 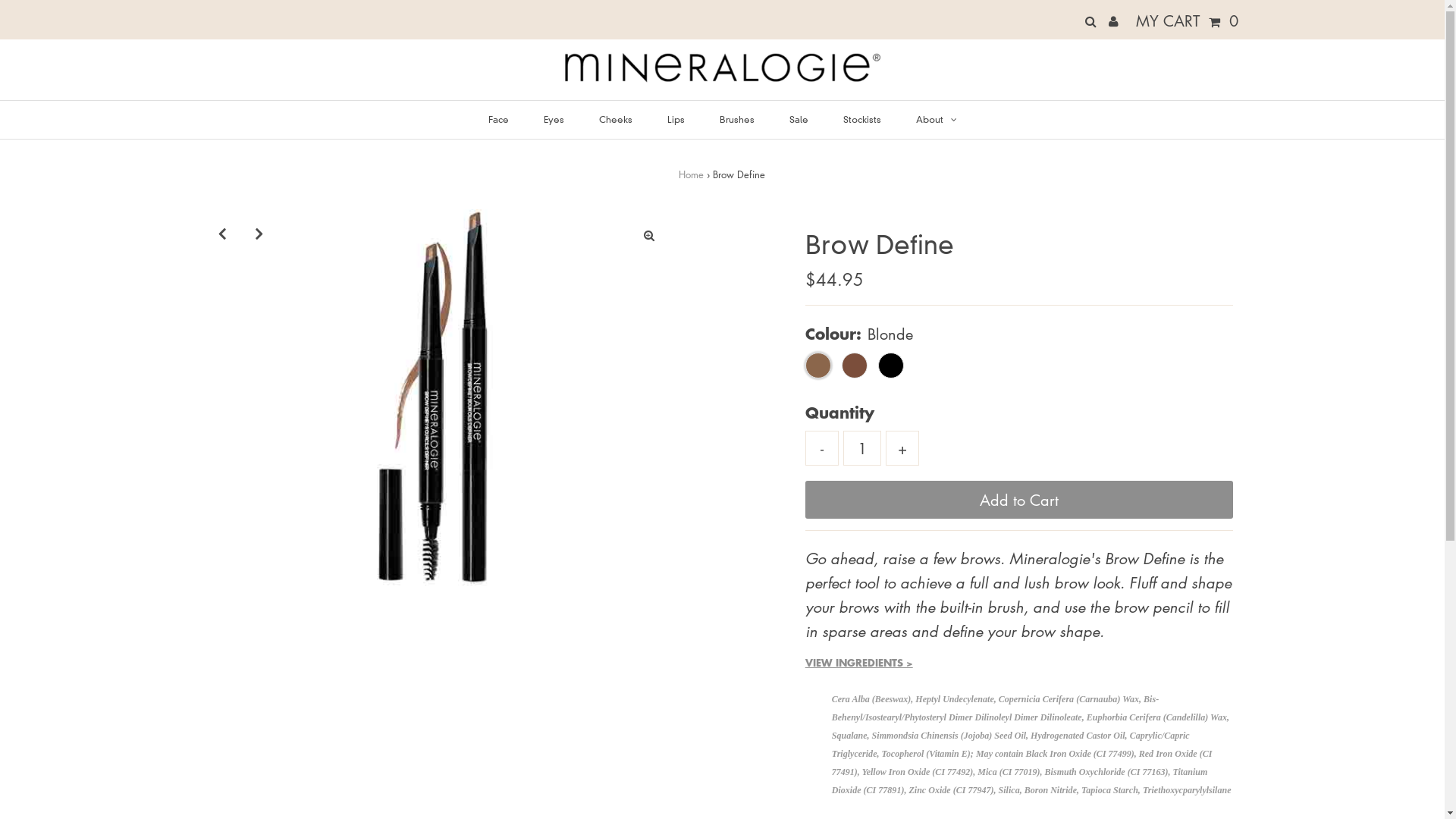 What do you see at coordinates (827, 119) in the screenshot?
I see `'Stockists'` at bounding box center [827, 119].